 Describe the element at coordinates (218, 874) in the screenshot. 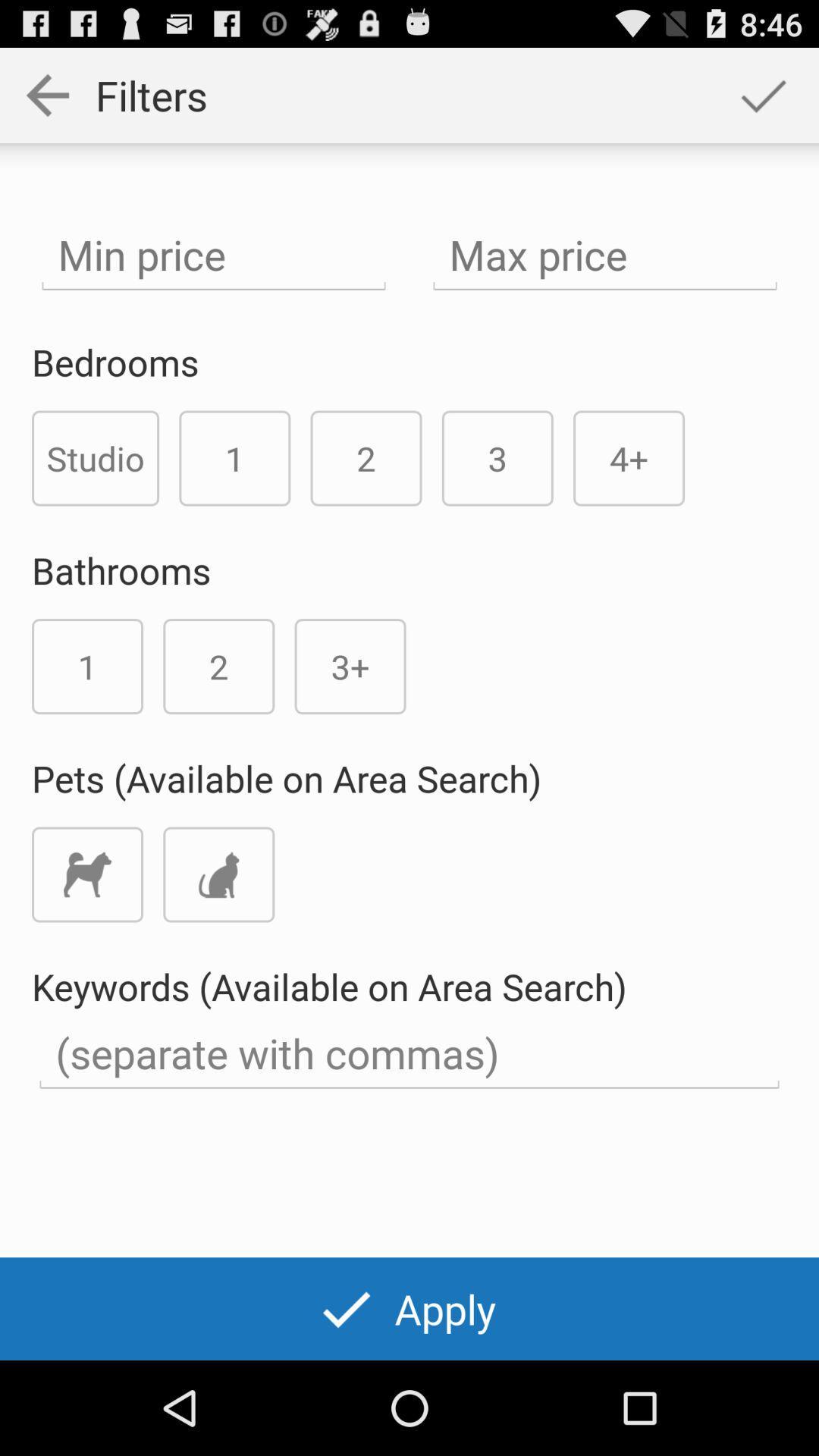

I see `cat icon` at that location.